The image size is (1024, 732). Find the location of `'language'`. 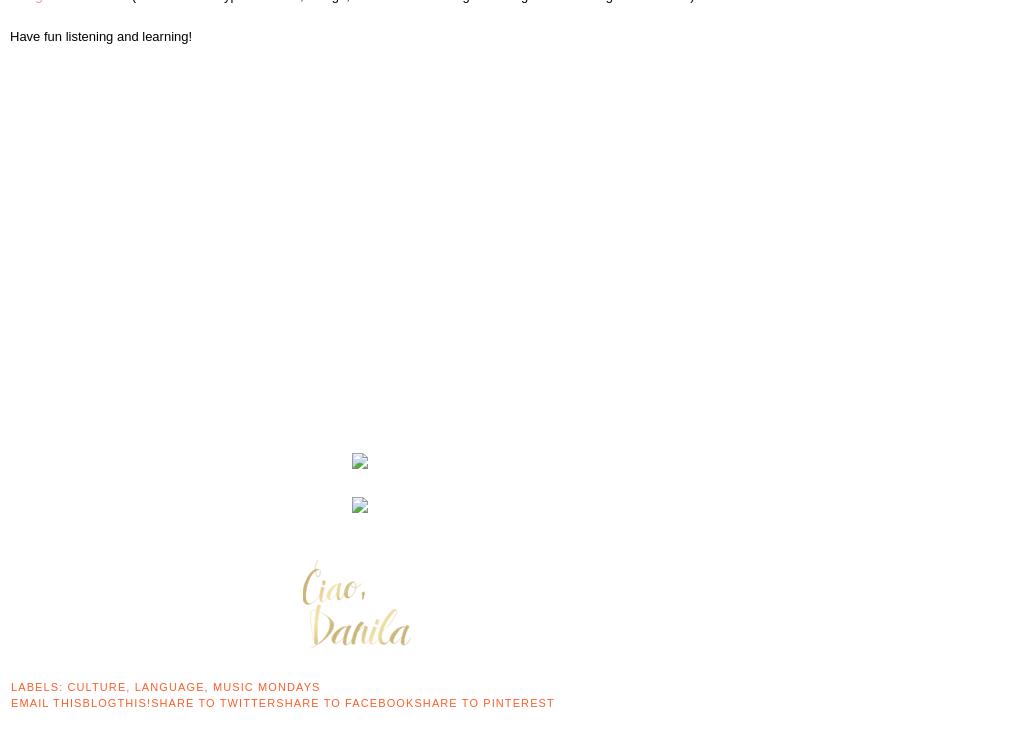

'language' is located at coordinates (167, 686).